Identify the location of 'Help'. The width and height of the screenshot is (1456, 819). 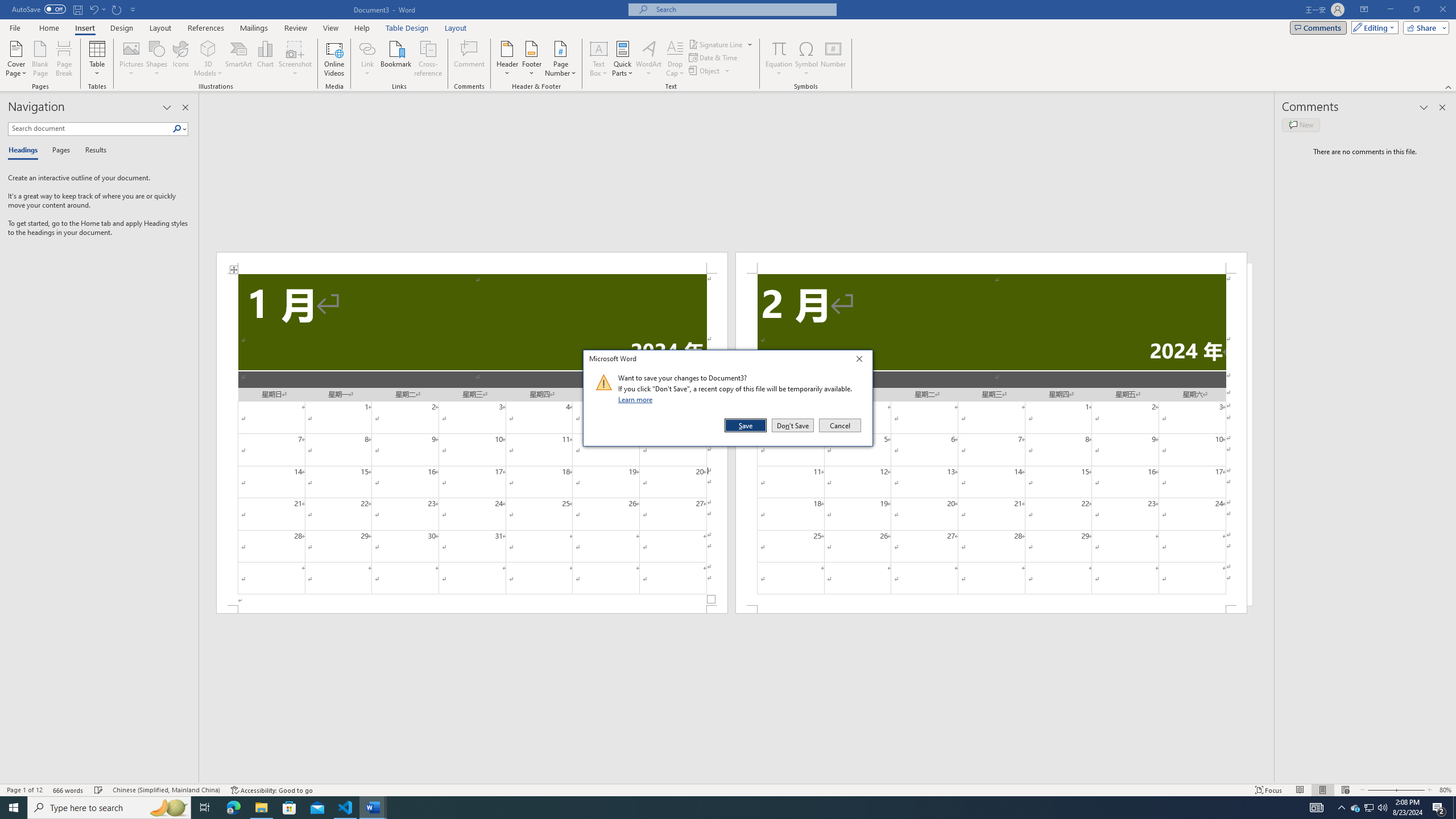
(361, 28).